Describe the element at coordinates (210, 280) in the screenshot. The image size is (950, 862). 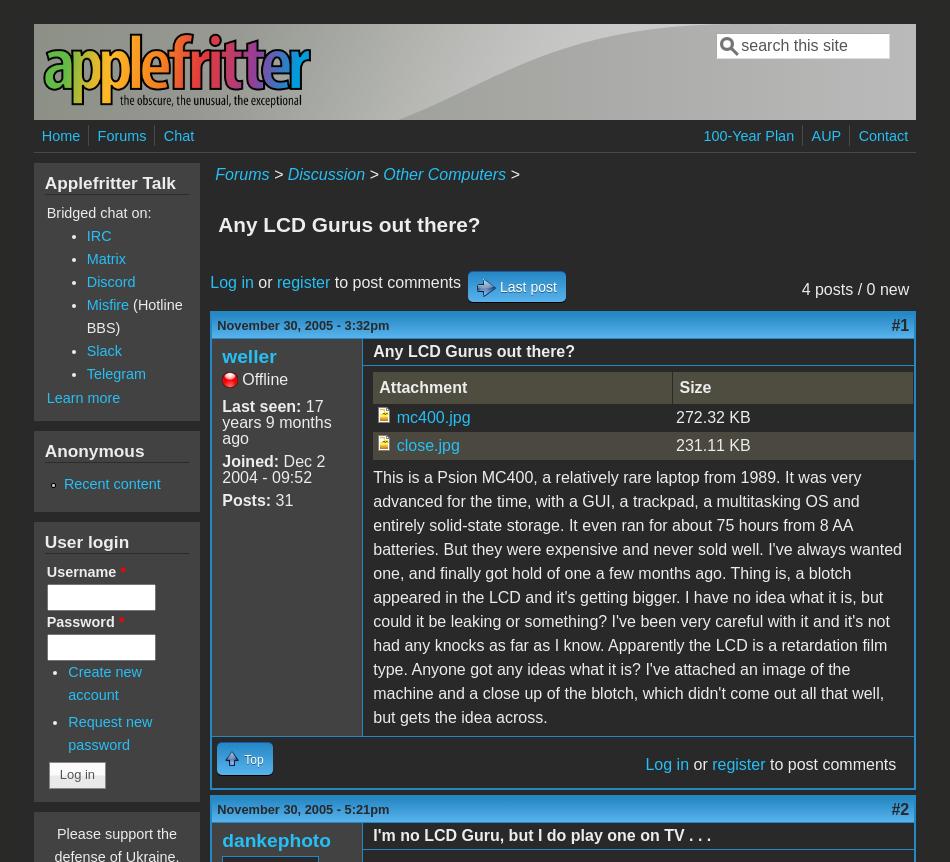
I see `'Log in'` at that location.